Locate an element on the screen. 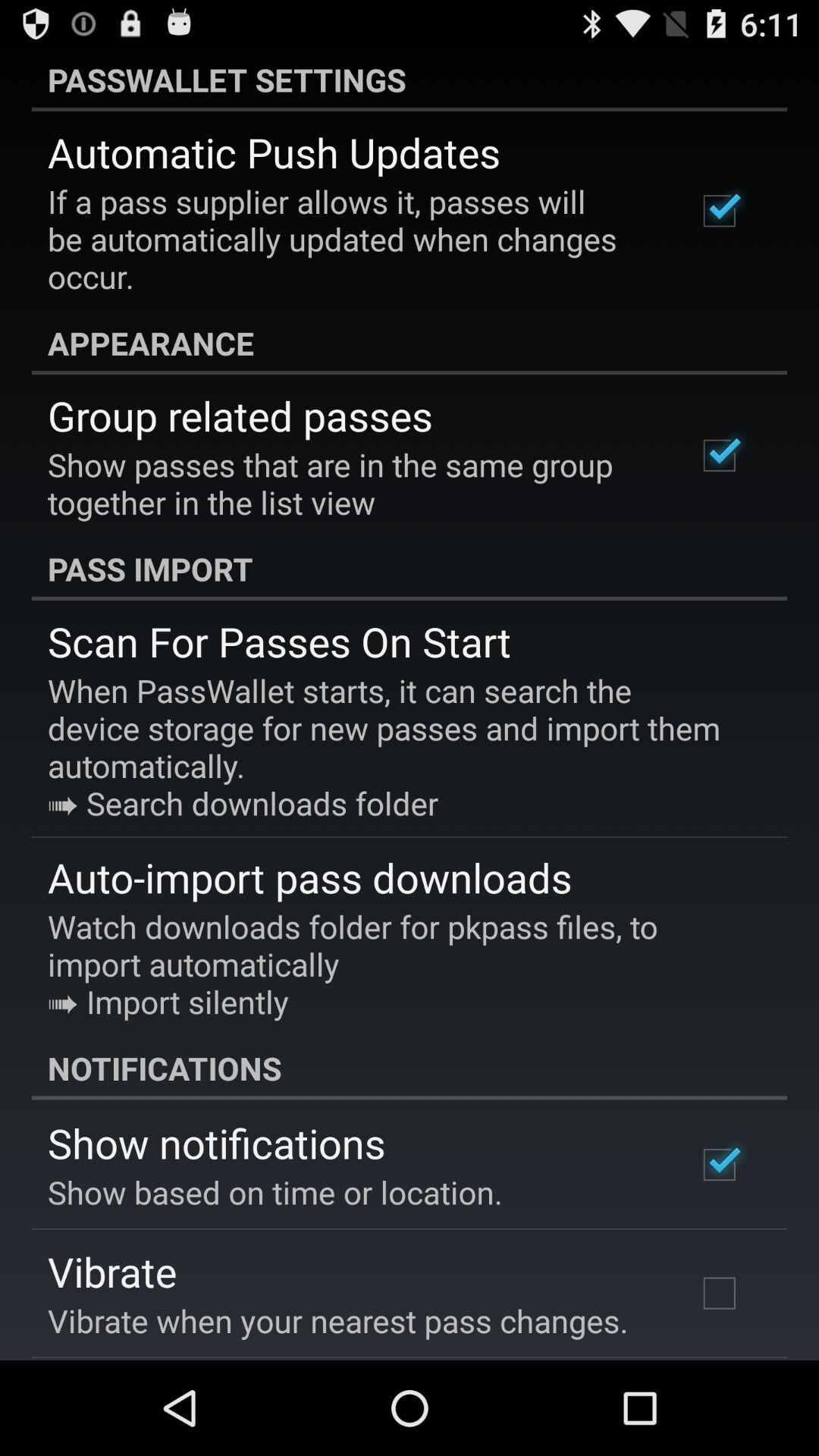  the if a pass is located at coordinates (351, 238).